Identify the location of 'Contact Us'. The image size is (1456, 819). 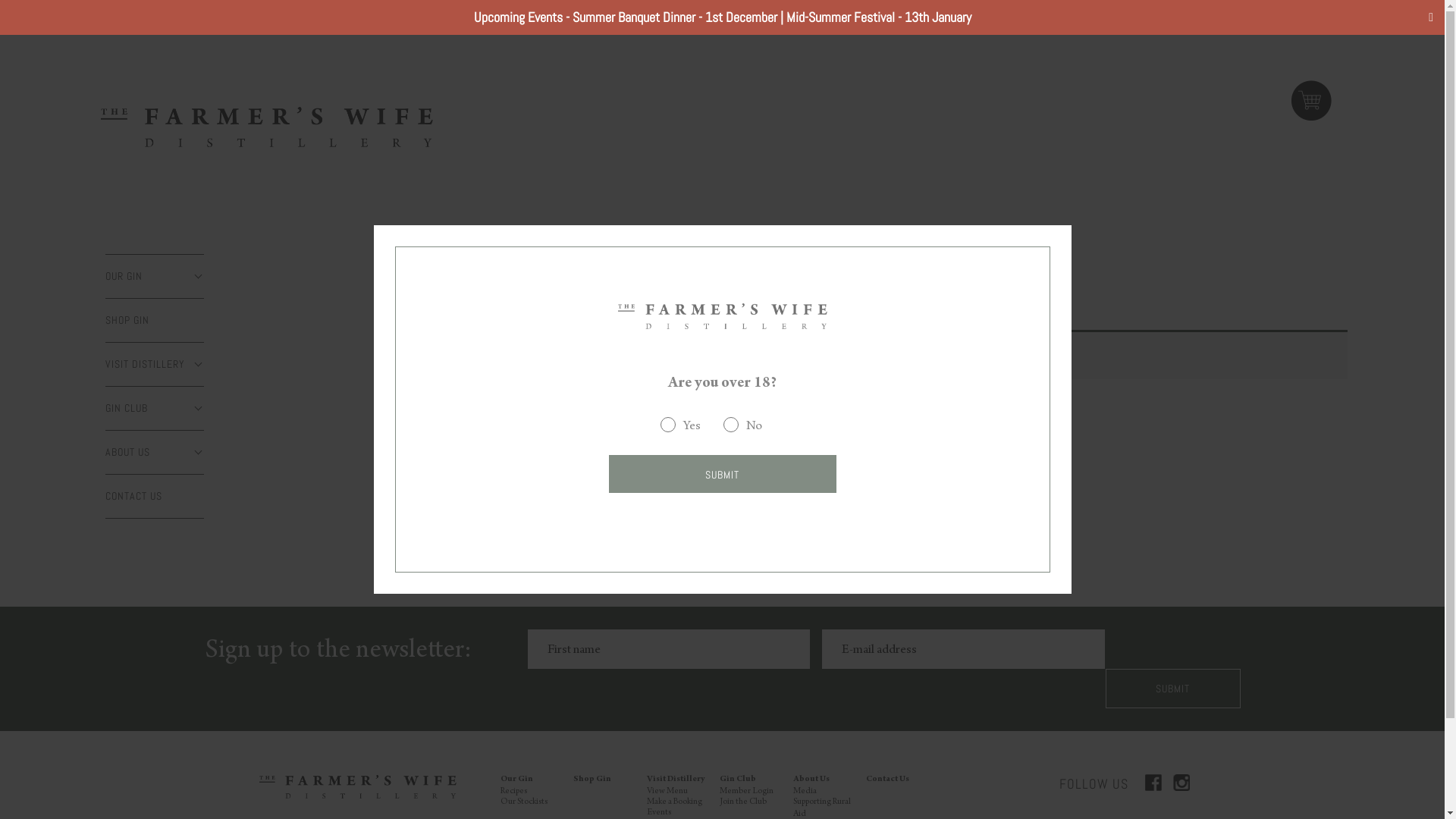
(887, 780).